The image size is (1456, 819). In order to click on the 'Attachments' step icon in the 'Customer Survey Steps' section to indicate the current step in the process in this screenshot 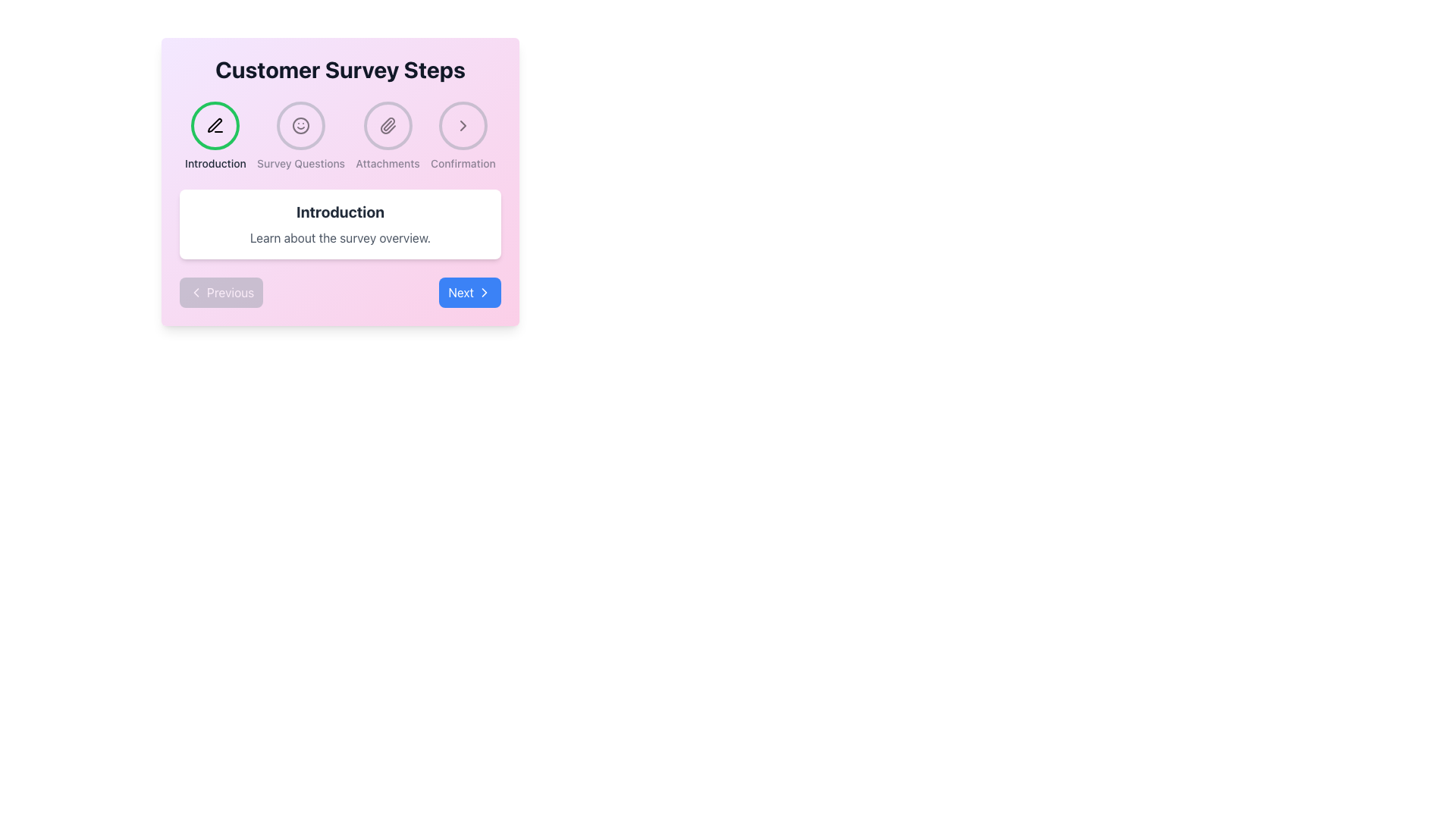, I will do `click(388, 136)`.